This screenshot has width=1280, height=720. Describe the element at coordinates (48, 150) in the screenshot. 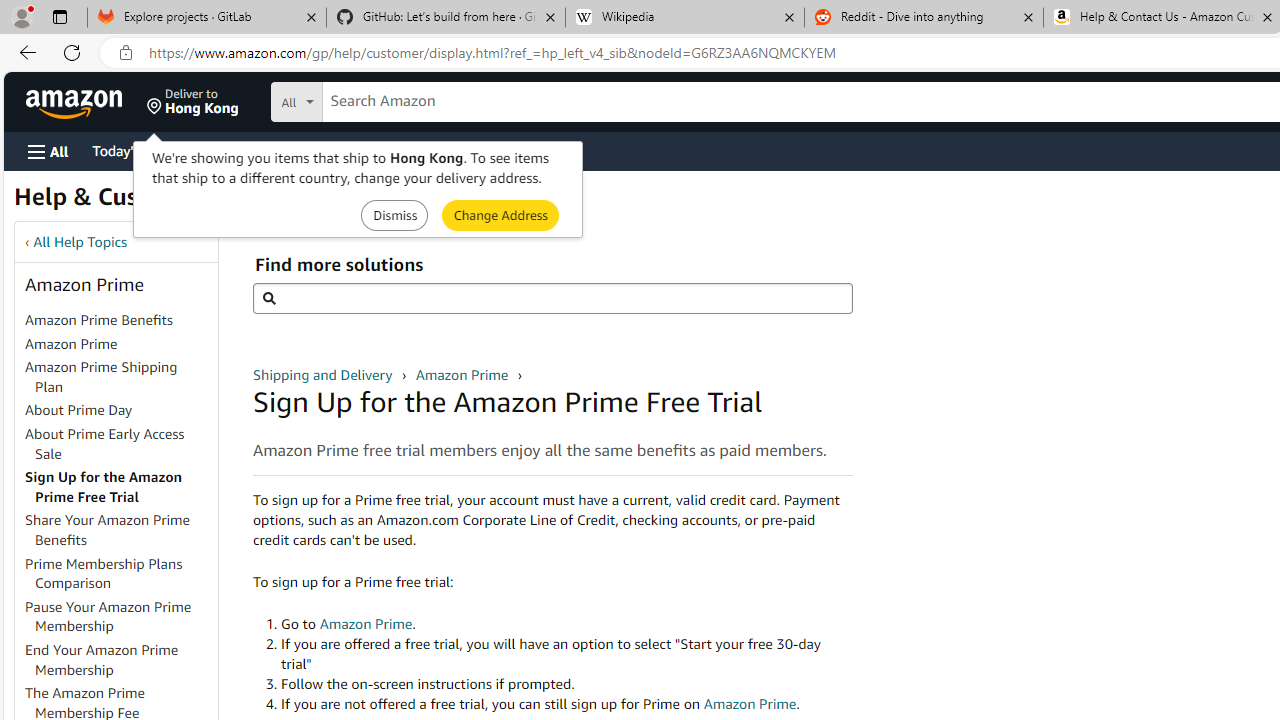

I see `'Open Menu'` at that location.